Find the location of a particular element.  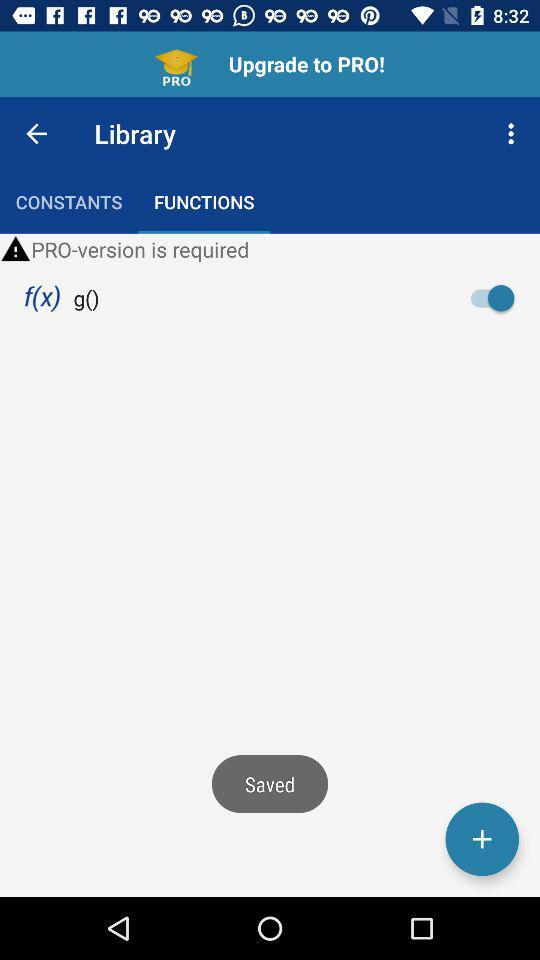

the add icon is located at coordinates (481, 839).